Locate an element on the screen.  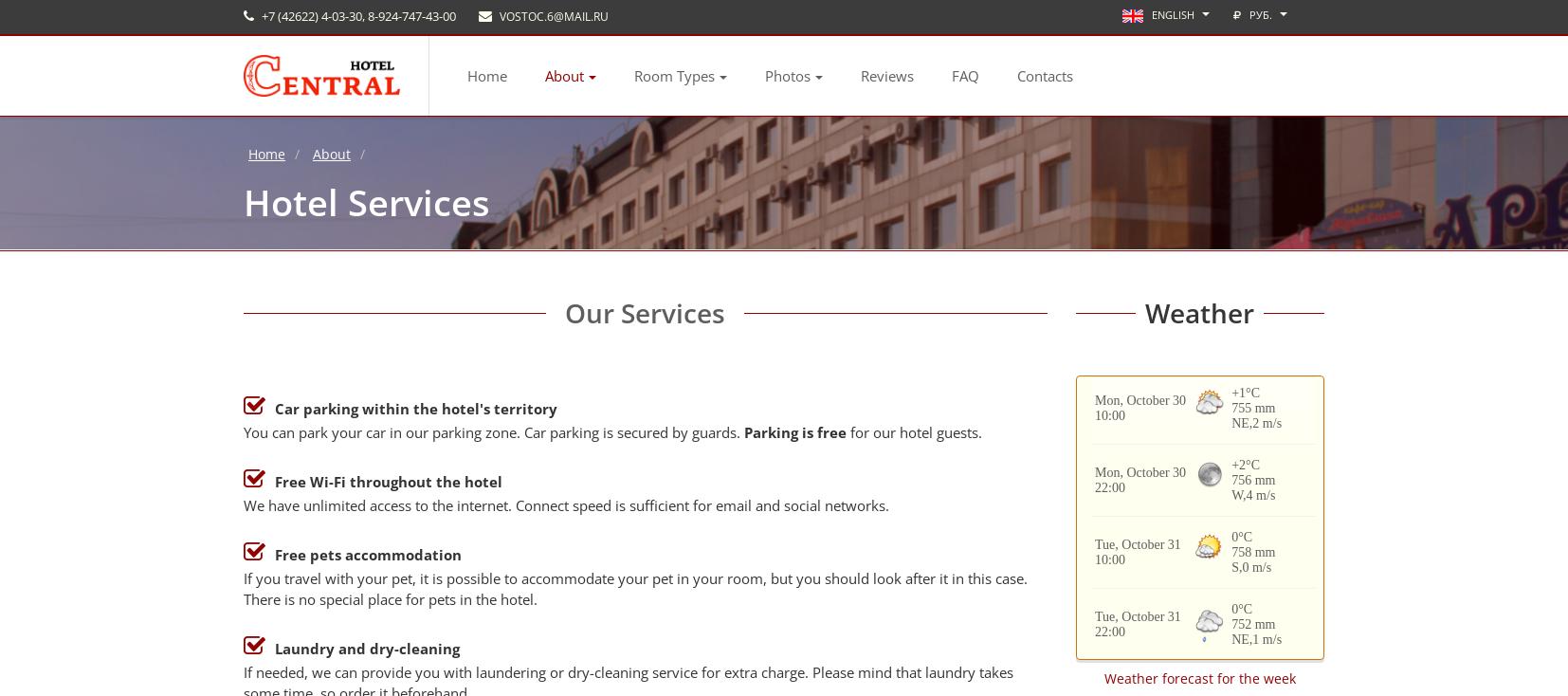
'VOSTOC.6@MAIL.RU' is located at coordinates (553, 15).